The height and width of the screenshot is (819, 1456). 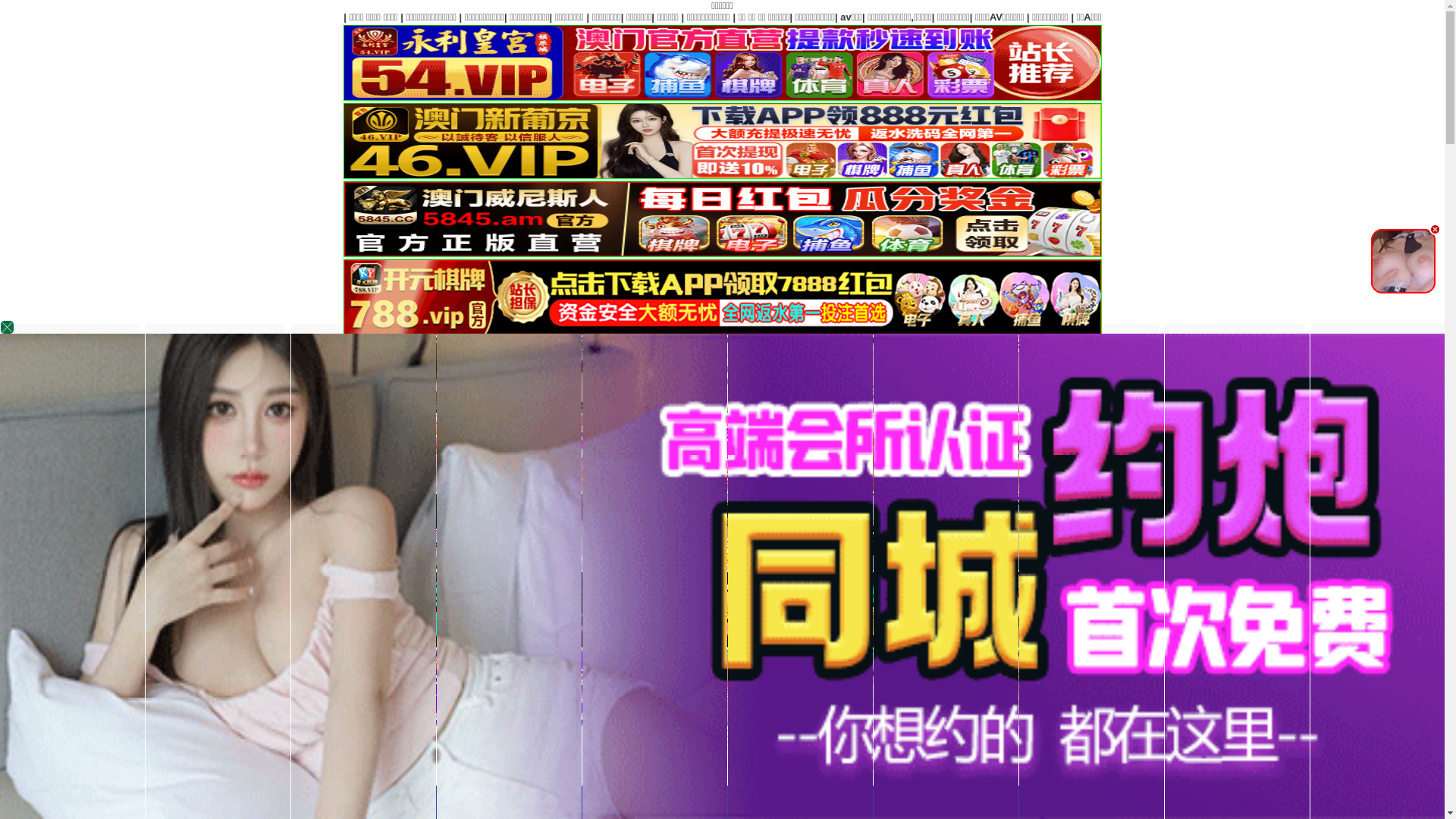 What do you see at coordinates (1005, 17) in the screenshot?
I see `'|'` at bounding box center [1005, 17].